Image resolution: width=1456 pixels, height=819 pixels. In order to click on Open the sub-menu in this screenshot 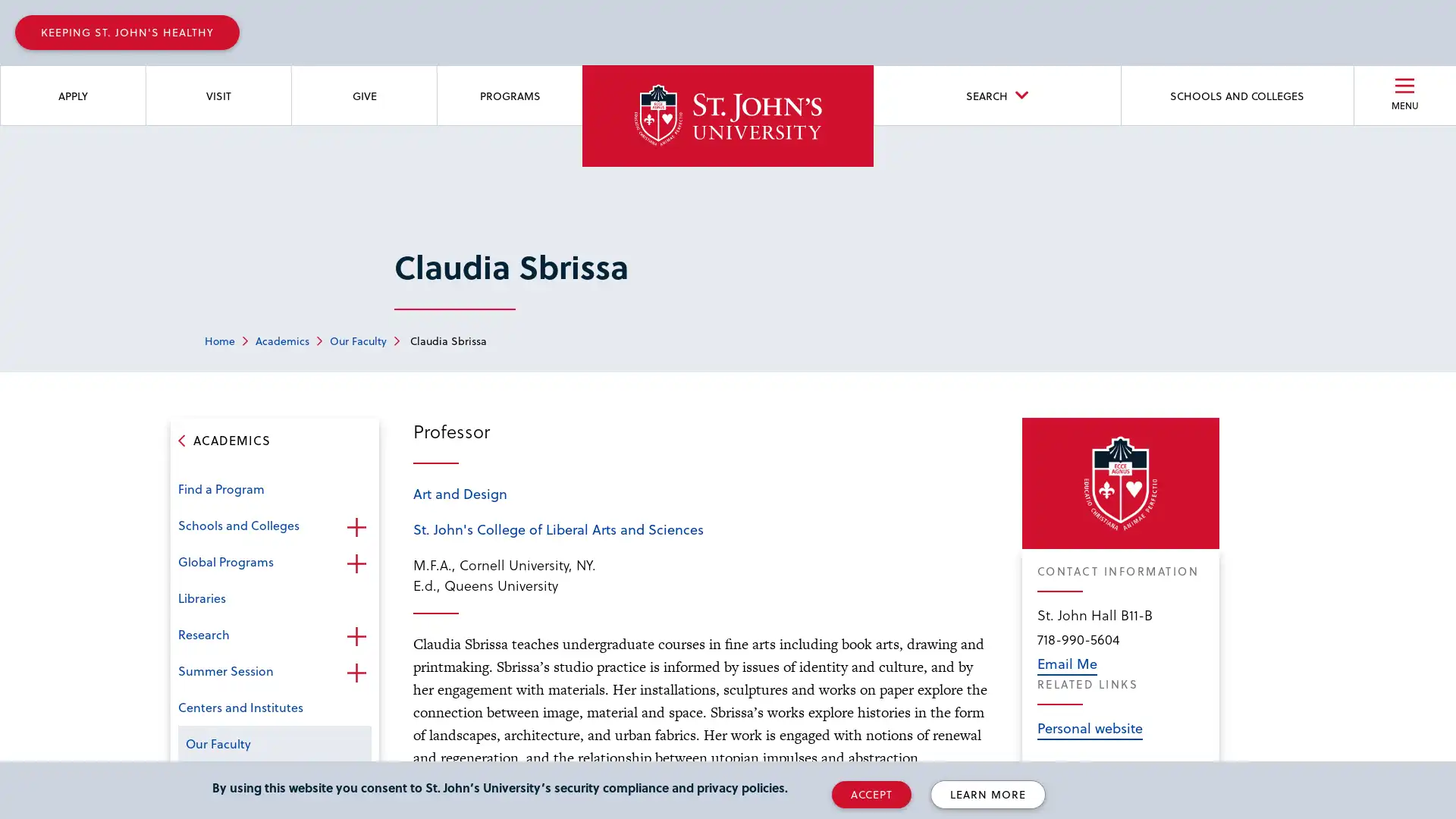, I will do `click(356, 526)`.